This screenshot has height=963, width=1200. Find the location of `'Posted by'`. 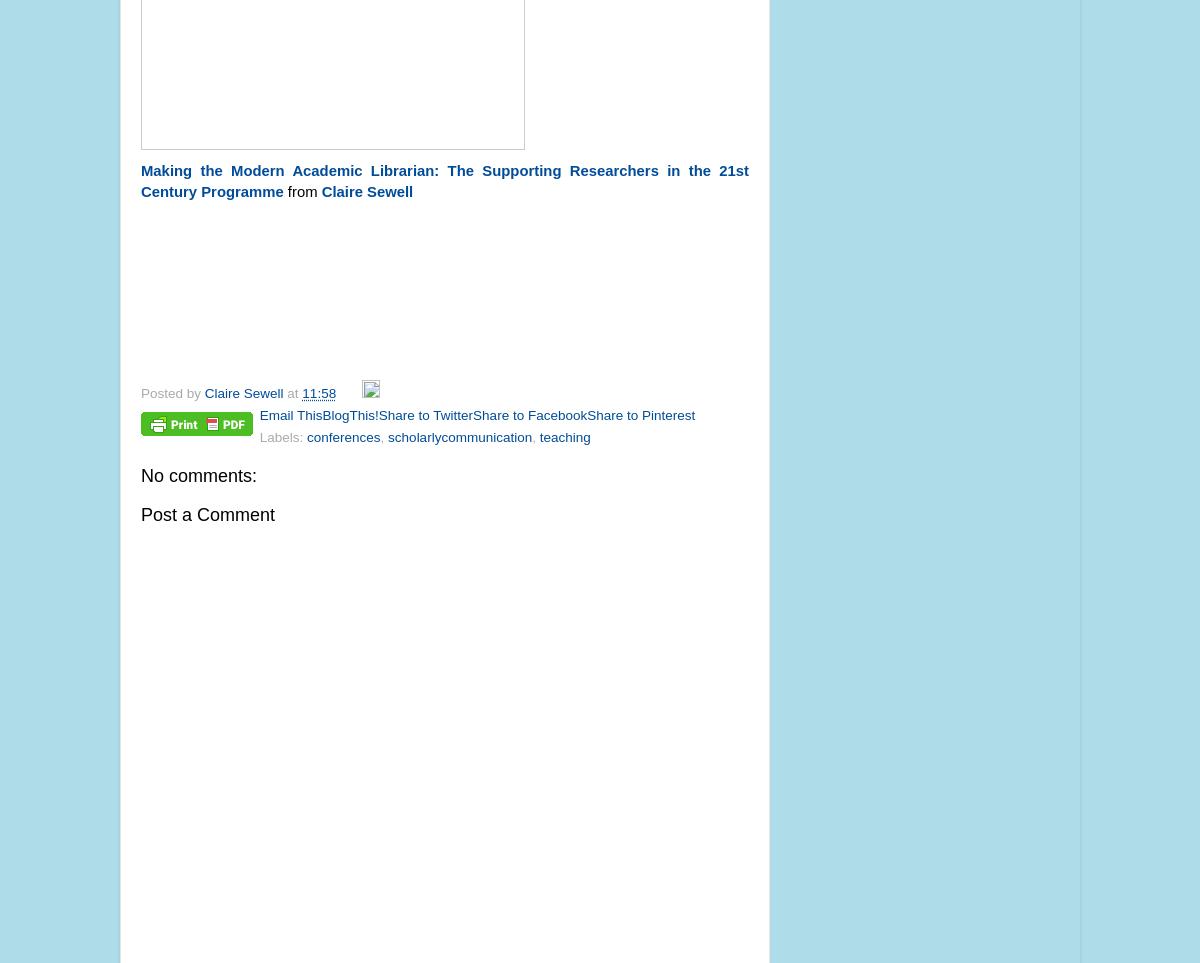

'Posted by' is located at coordinates (141, 392).